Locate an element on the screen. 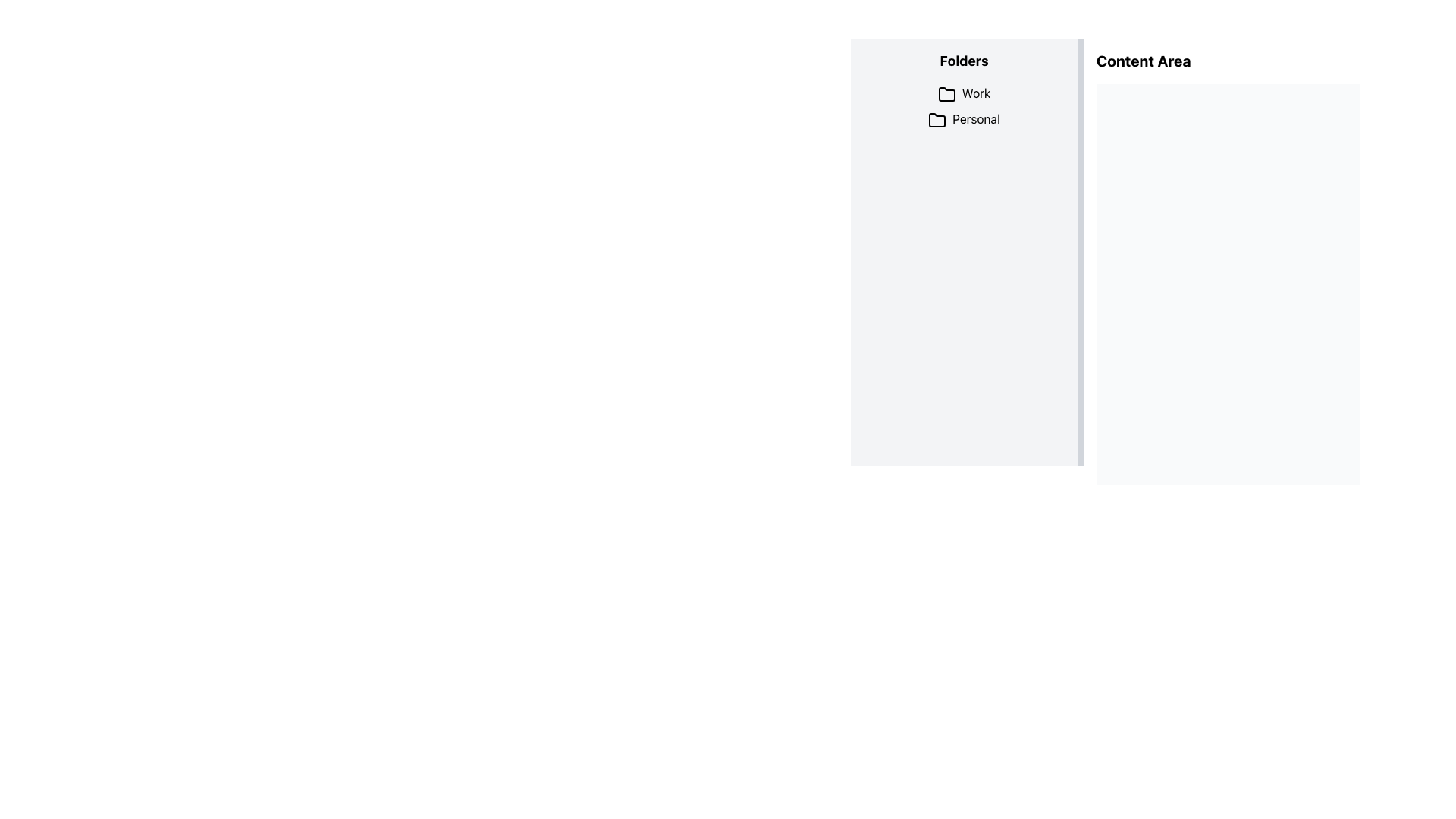  the 'Personal' folder text label located is located at coordinates (963, 118).